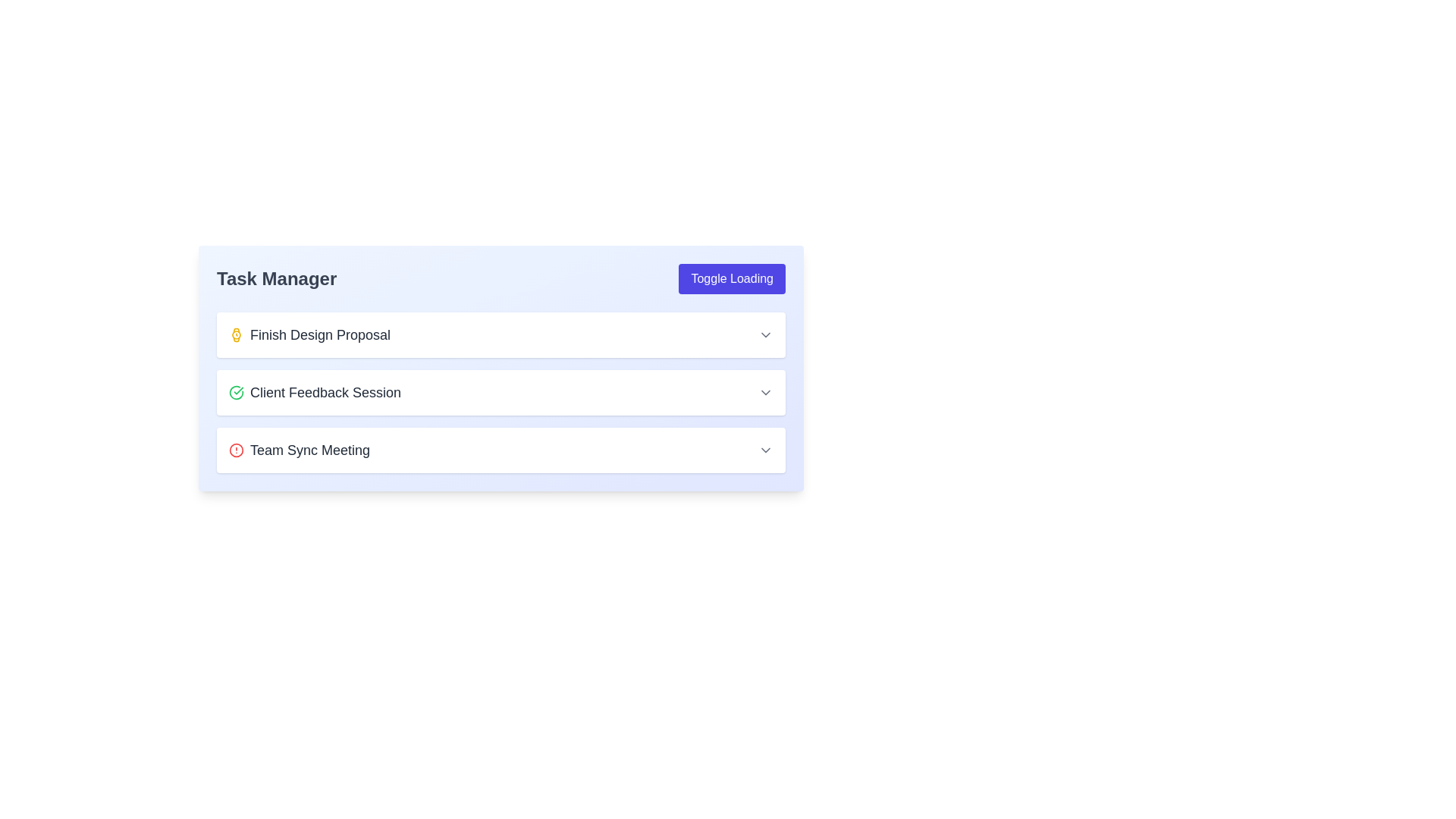  I want to click on the red circular alert icon indicating a warning next to the 'Team Sync Meeting' text, so click(236, 450).